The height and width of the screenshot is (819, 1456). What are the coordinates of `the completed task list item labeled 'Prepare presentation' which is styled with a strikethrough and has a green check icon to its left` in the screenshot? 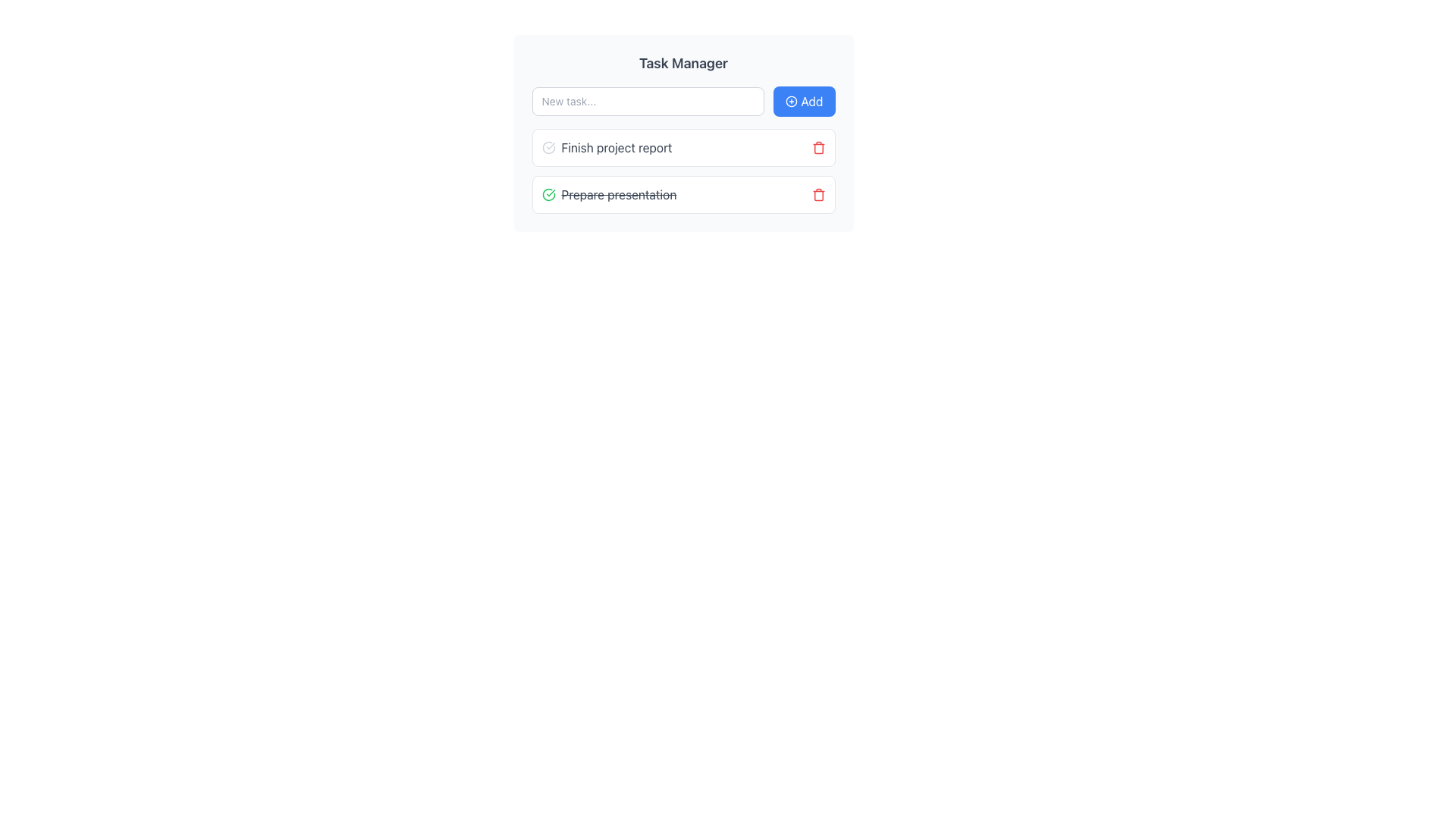 It's located at (609, 194).